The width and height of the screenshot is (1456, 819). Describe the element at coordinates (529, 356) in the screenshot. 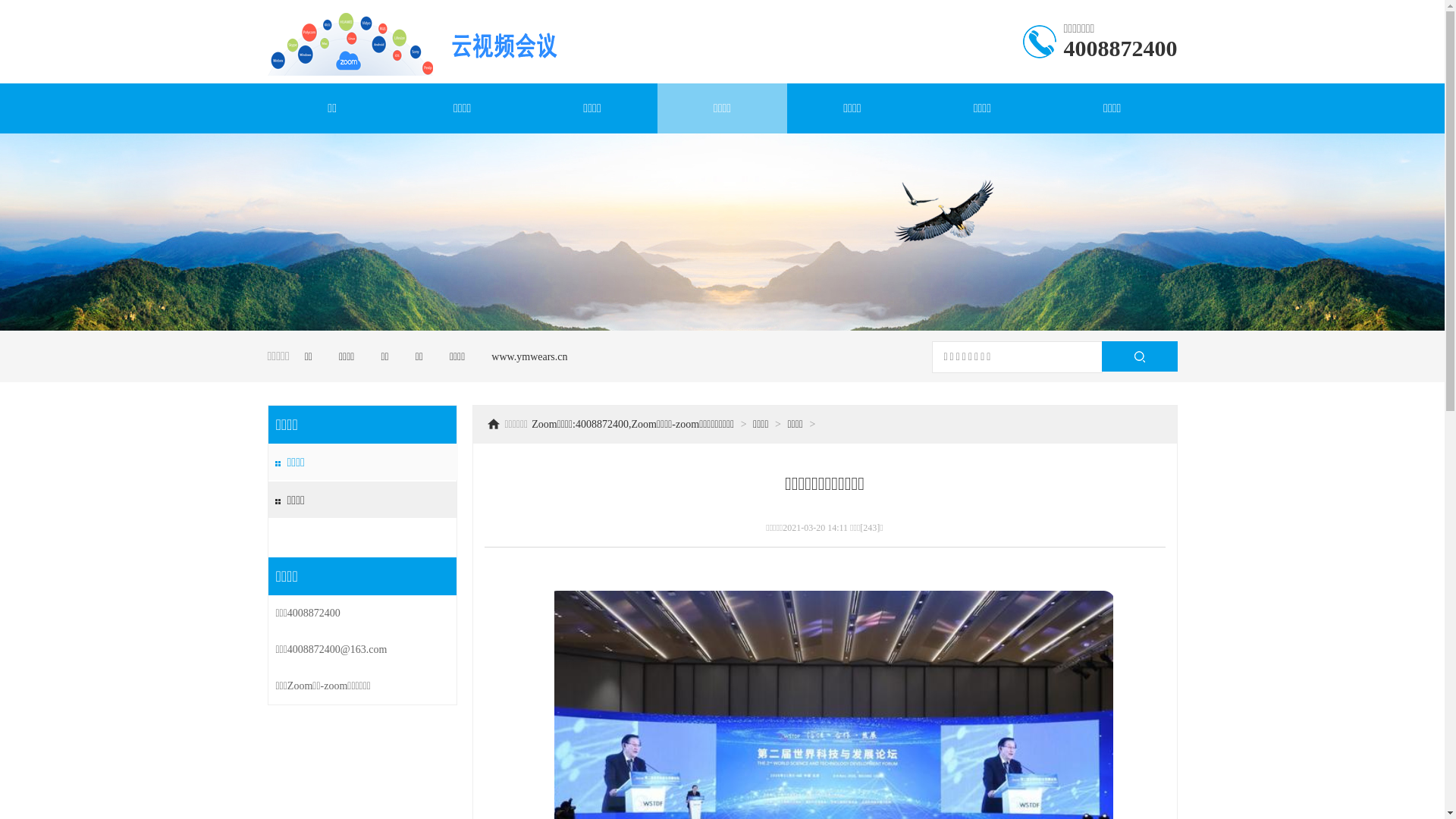

I see `'www.ymwears.cn'` at that location.